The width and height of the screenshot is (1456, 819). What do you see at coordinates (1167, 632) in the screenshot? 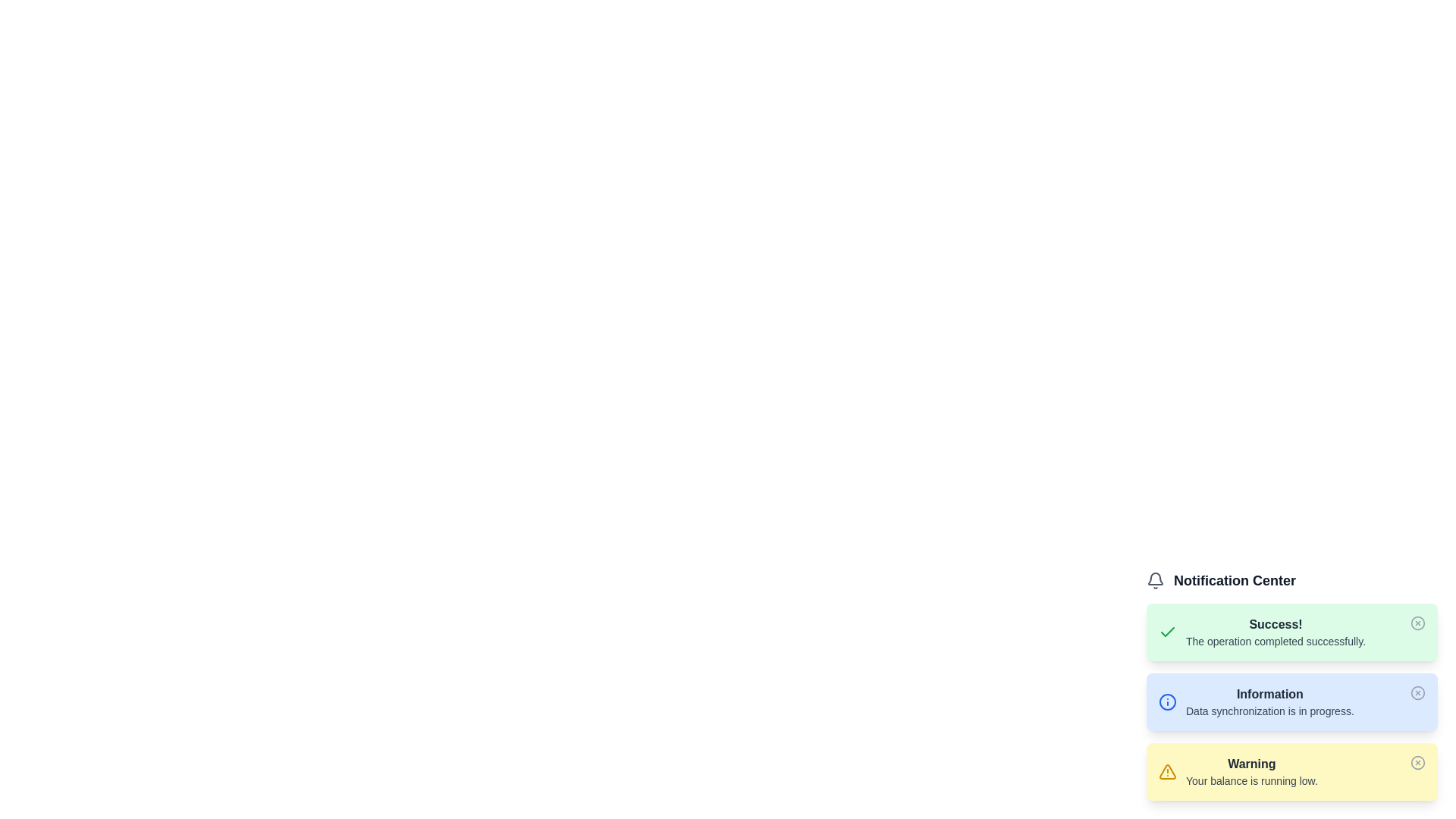
I see `the green check mark icon located in the success notification section of the Notification Center` at bounding box center [1167, 632].